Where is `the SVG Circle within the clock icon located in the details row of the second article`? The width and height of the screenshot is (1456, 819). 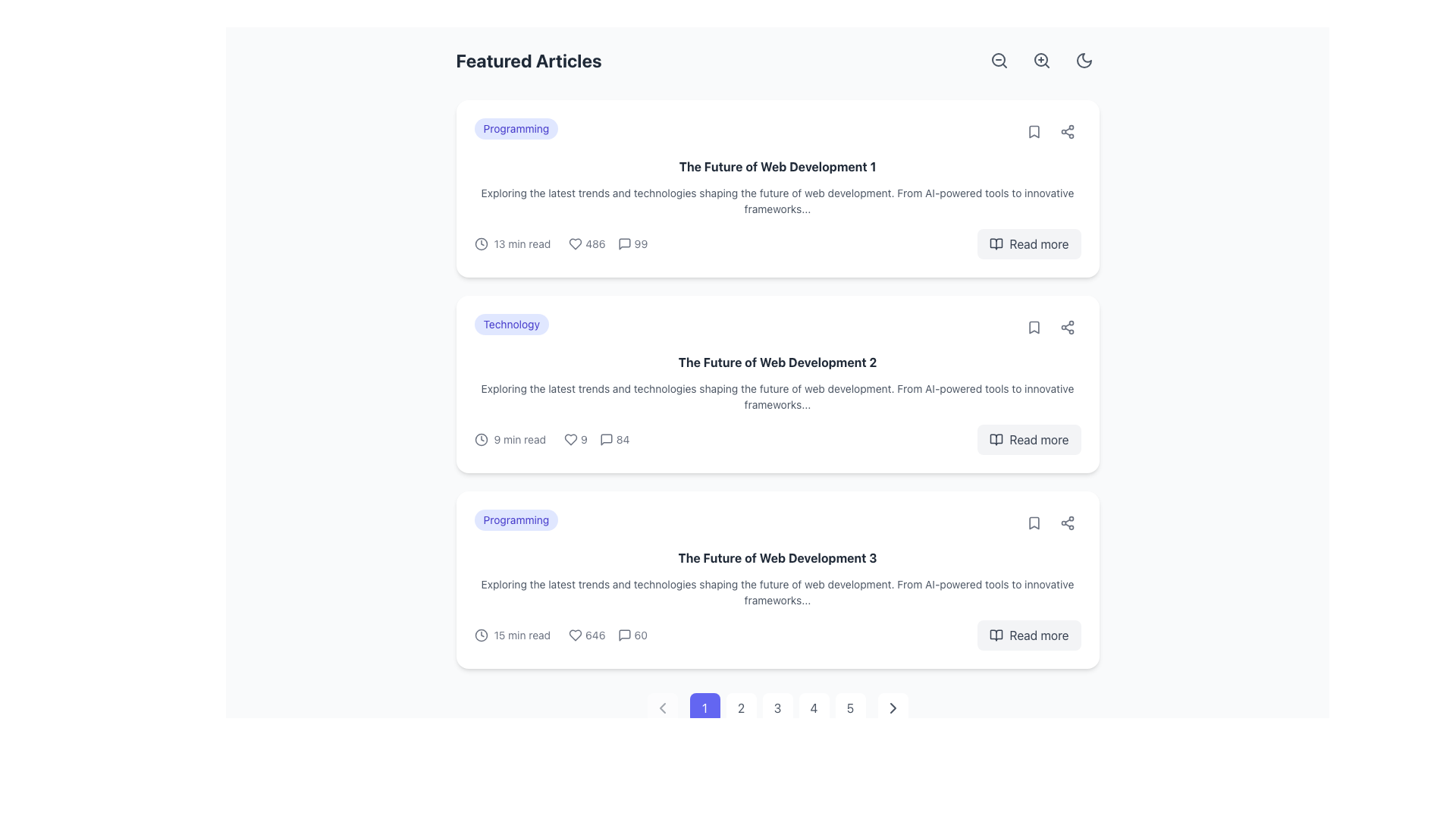
the SVG Circle within the clock icon located in the details row of the second article is located at coordinates (480, 439).